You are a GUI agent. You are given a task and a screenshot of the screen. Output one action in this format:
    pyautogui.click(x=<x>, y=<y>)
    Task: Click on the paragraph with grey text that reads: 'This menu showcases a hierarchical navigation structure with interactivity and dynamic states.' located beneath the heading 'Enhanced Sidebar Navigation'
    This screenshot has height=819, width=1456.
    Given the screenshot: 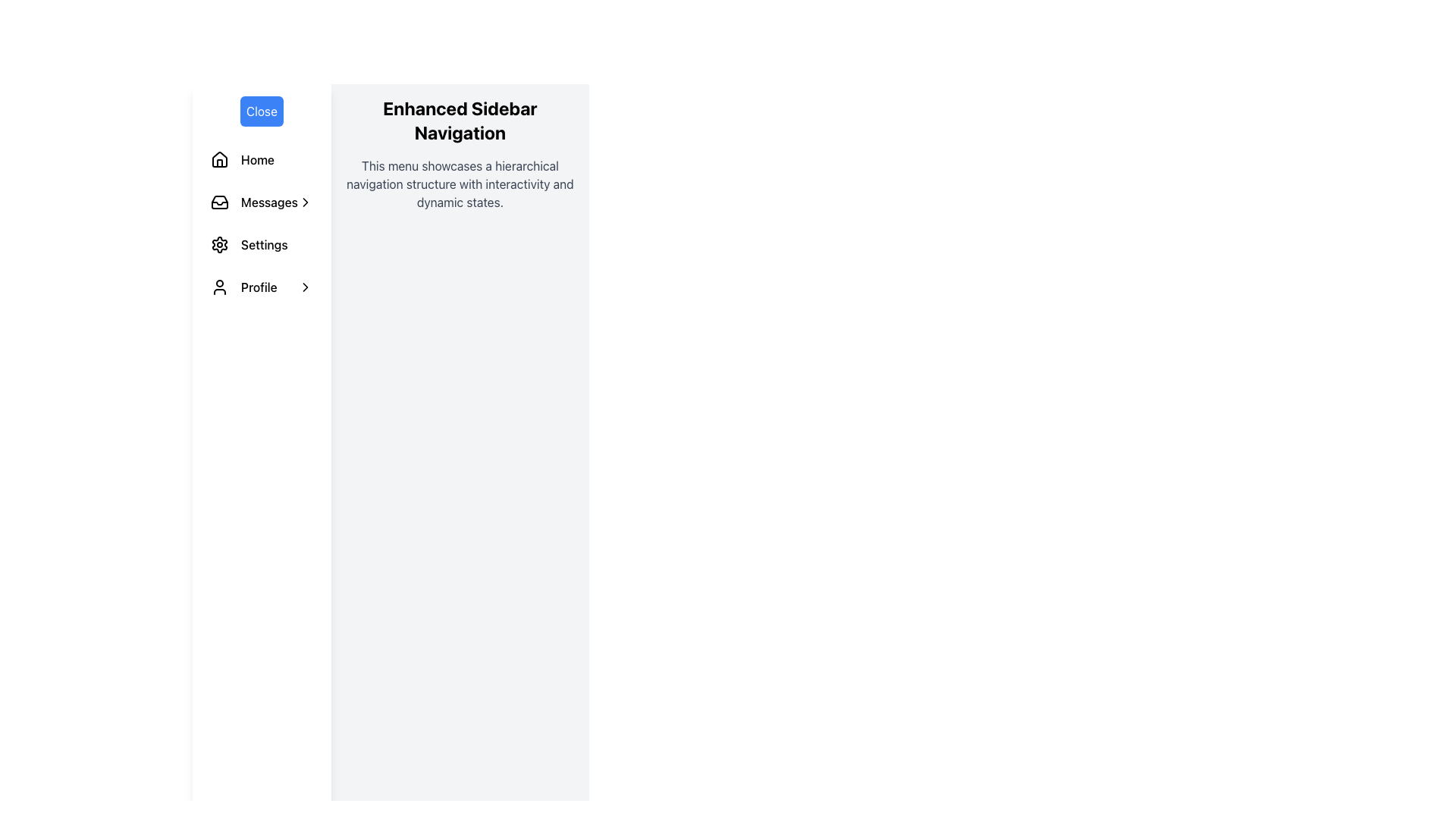 What is the action you would take?
    pyautogui.click(x=459, y=184)
    